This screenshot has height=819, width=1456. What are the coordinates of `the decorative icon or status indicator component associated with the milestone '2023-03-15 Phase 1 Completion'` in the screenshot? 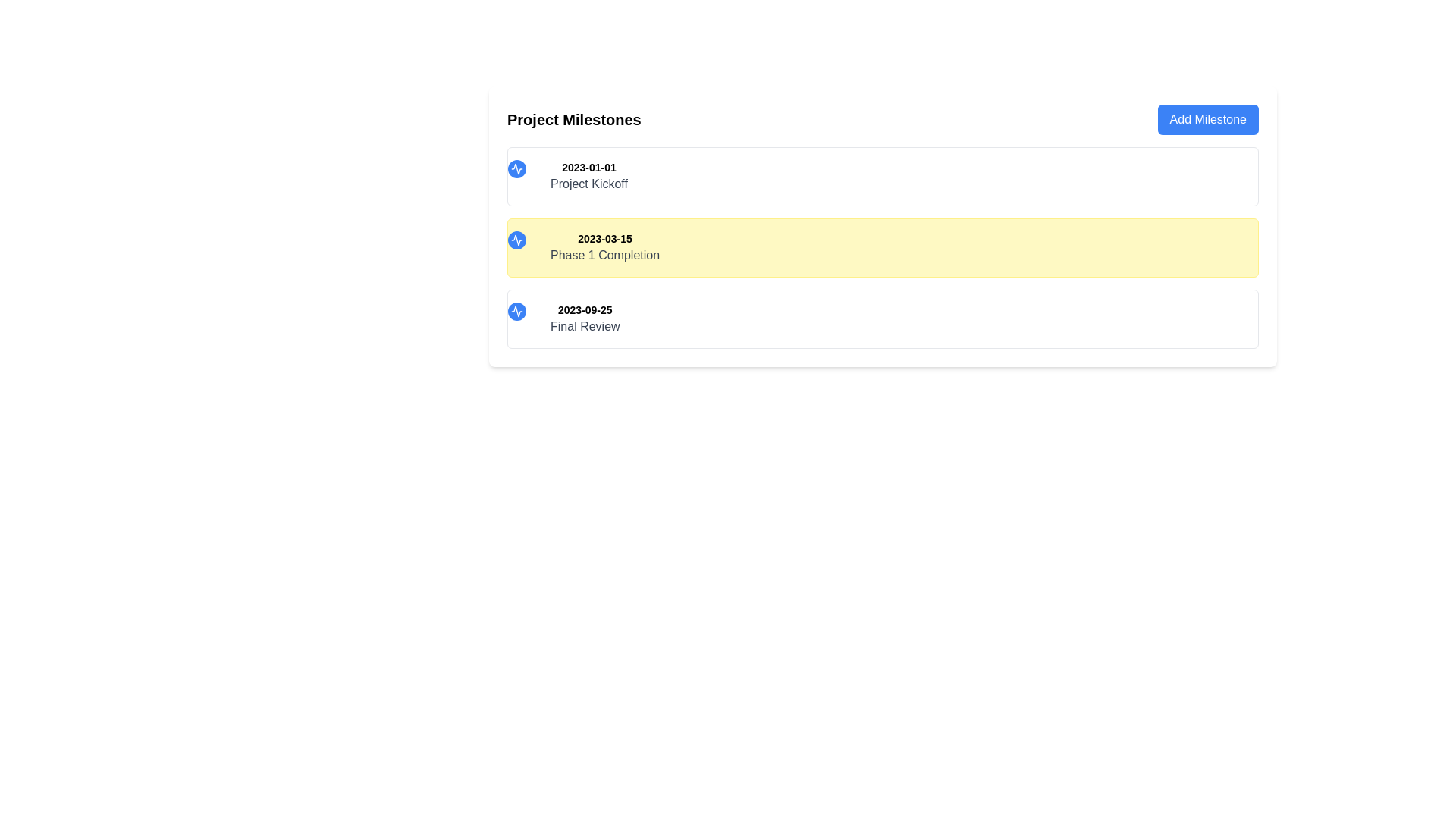 It's located at (516, 239).